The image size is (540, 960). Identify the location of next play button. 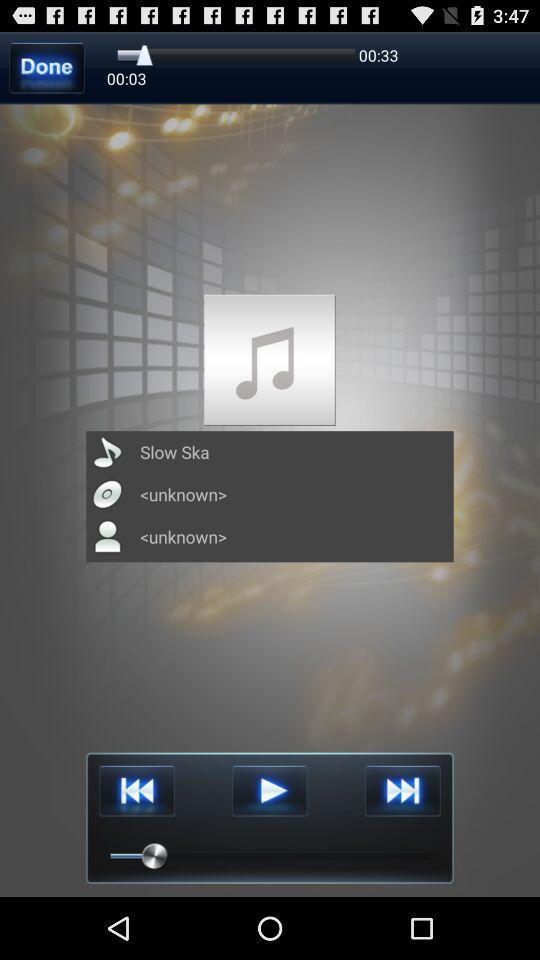
(402, 791).